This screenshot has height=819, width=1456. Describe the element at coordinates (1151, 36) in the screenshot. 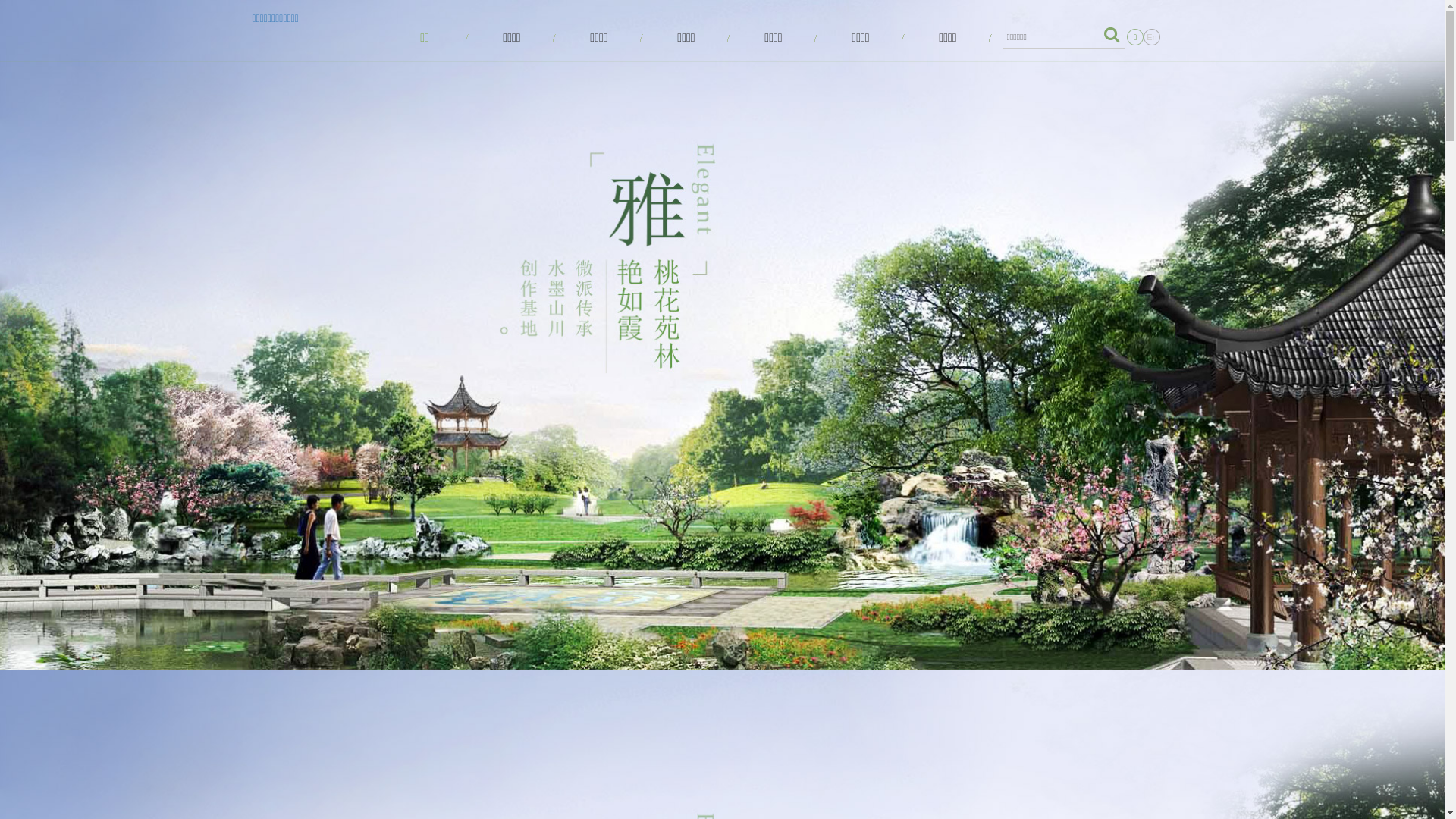

I see `'En'` at that location.